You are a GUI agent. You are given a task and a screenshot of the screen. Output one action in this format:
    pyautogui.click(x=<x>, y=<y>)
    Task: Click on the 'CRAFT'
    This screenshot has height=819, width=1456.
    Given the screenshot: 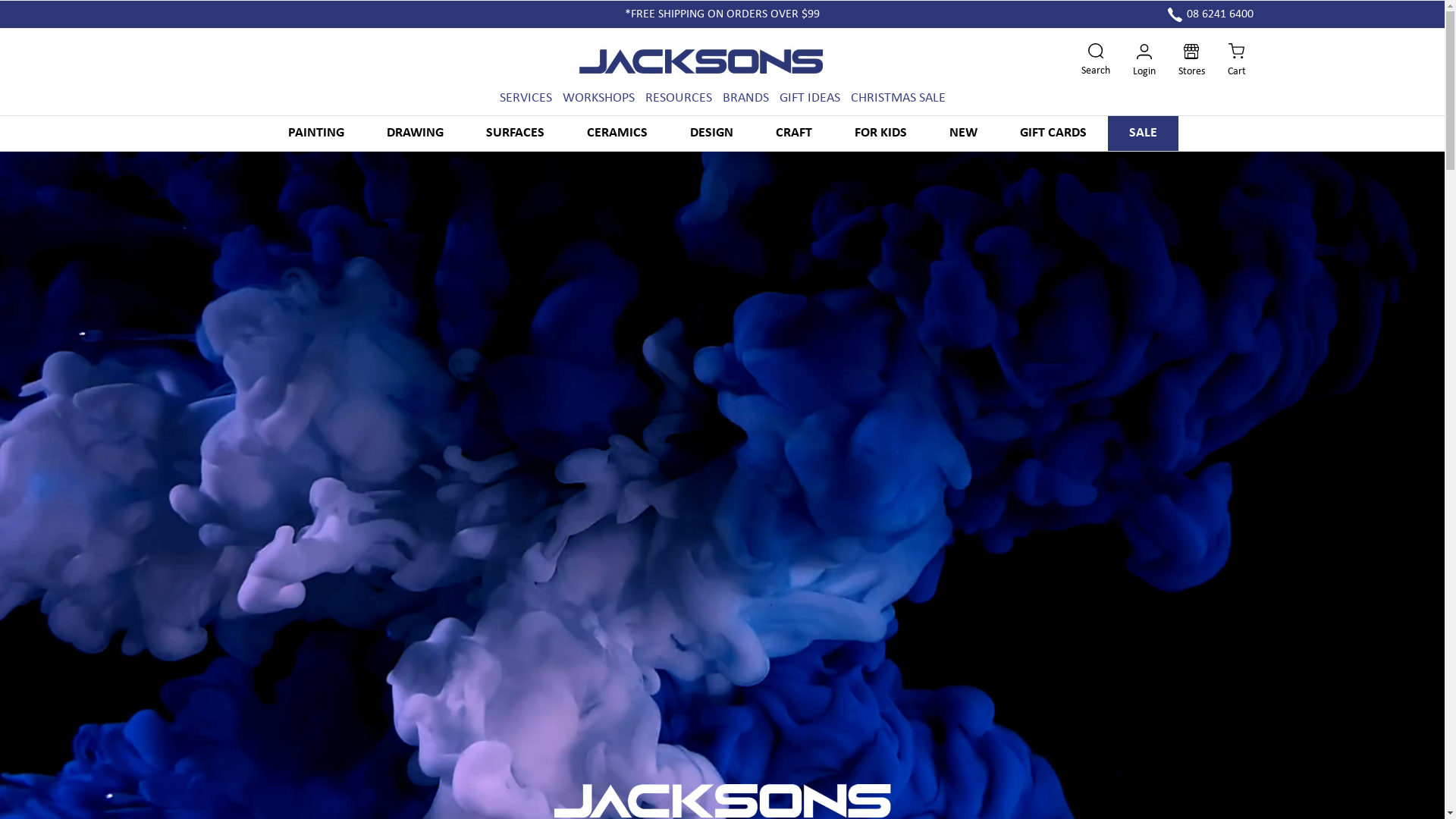 What is the action you would take?
    pyautogui.click(x=792, y=133)
    